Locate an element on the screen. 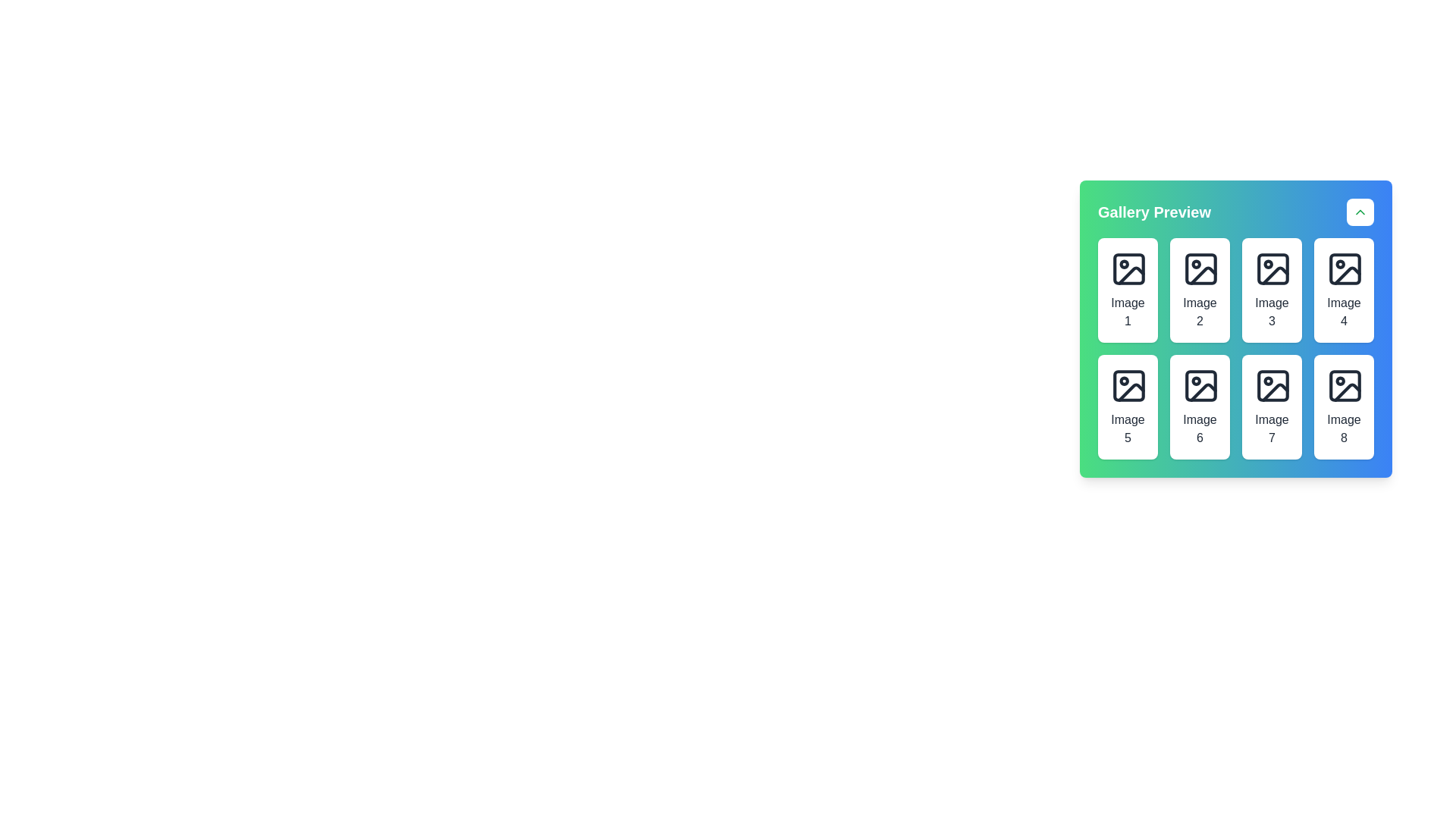 The image size is (1456, 819). the first card in the Gallery Preview that represents 'Image 1' is located at coordinates (1128, 290).